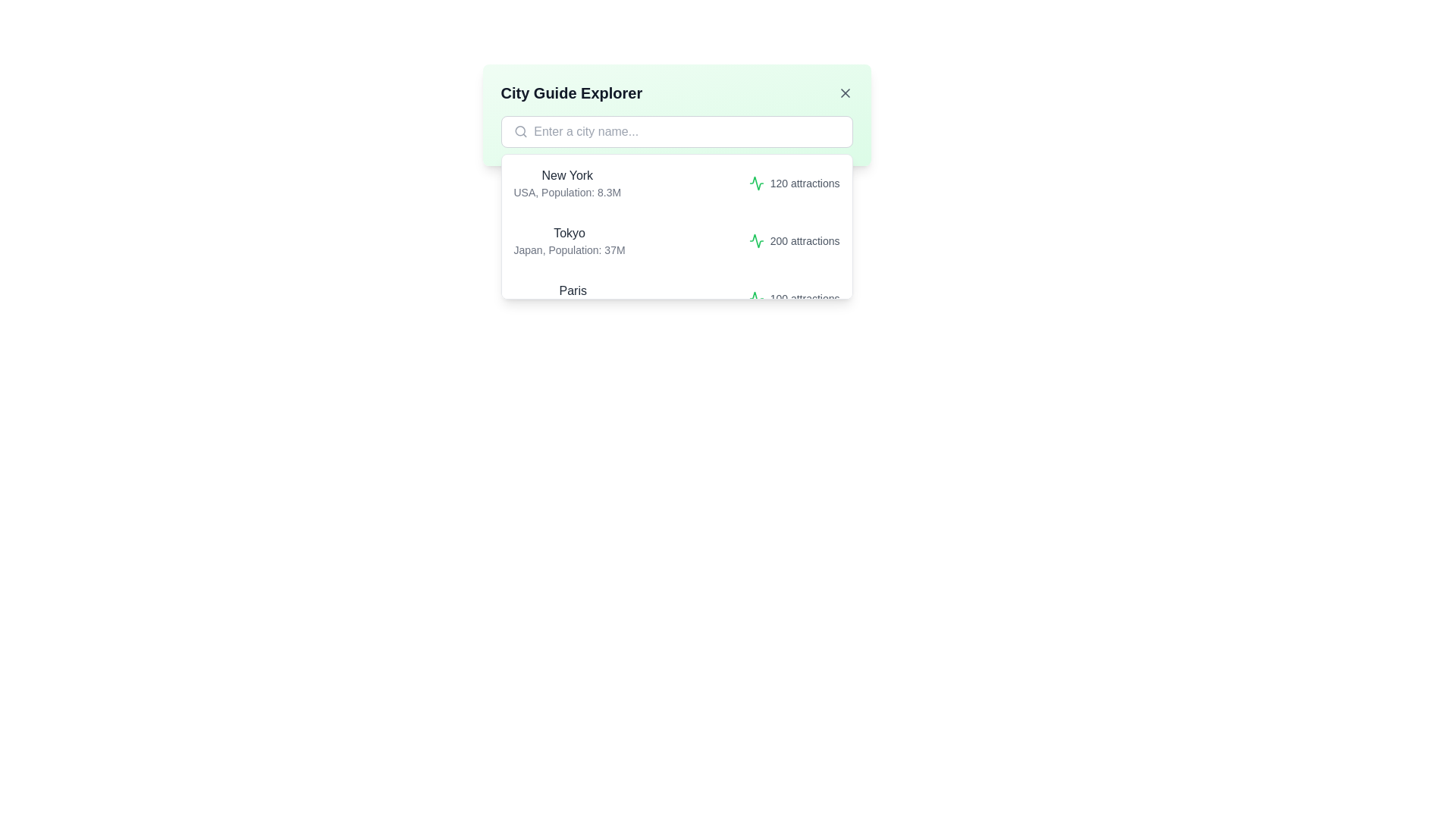 This screenshot has height=819, width=1456. I want to click on the activity icon representing statistics for Tokyo, located in the second row of the list, to the right of the city's population details, so click(756, 183).